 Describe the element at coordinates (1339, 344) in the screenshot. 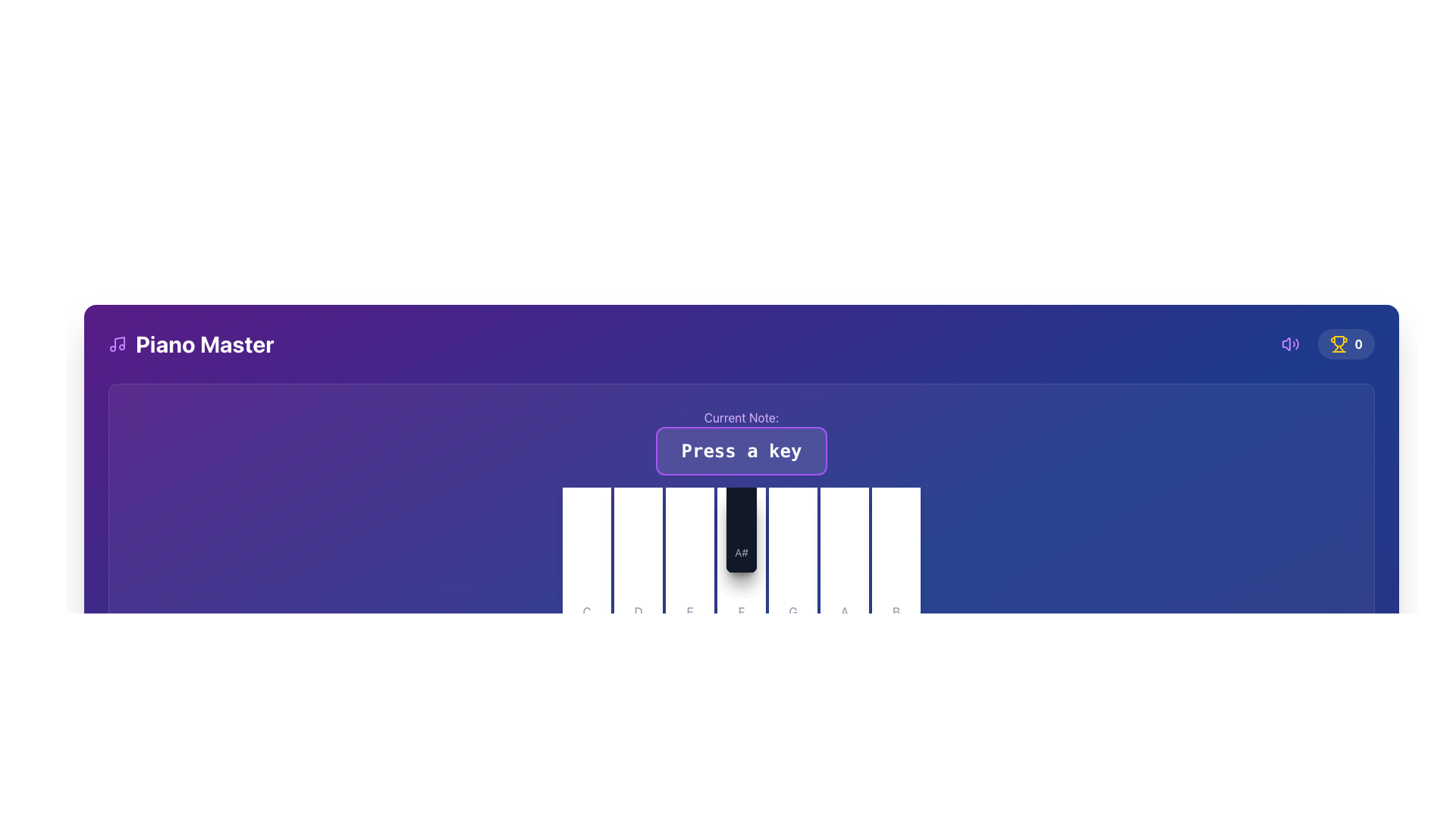

I see `the trophy SVG icon located in the top-right corner of the application interface, which serves as a visual cue for achievements or rewards` at that location.